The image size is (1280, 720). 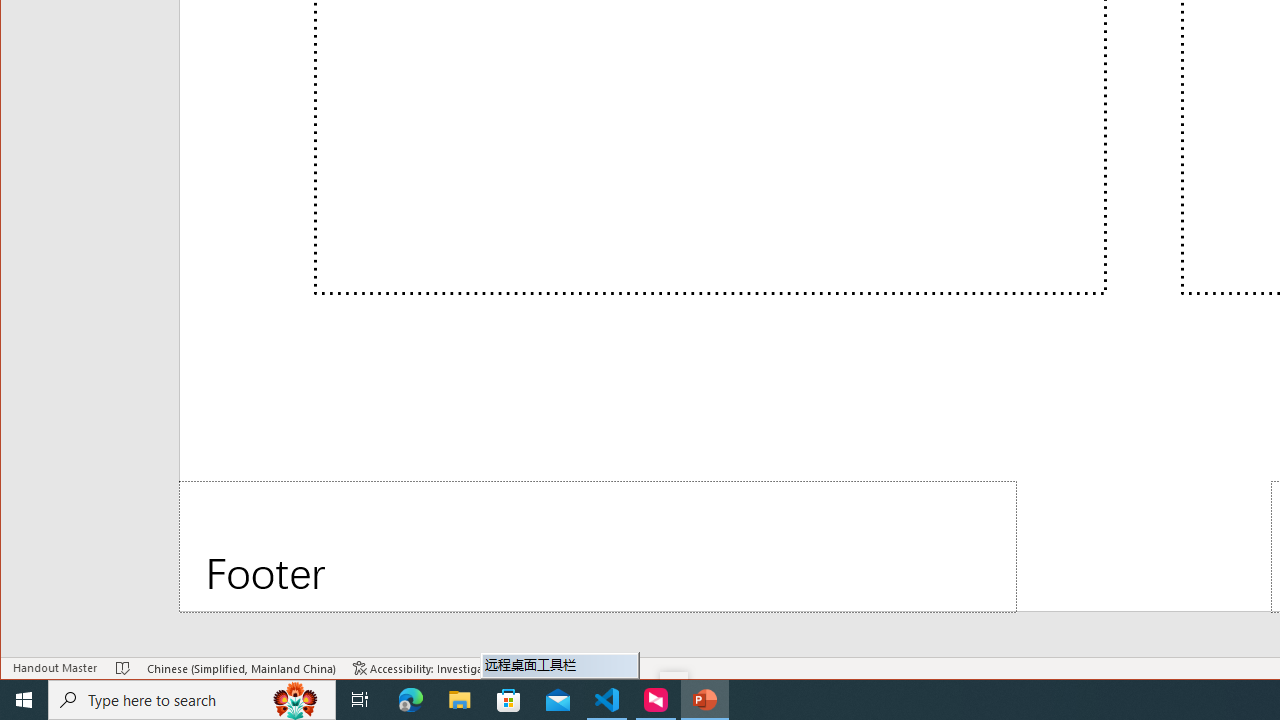 I want to click on 'Spell Check No Errors', so click(x=122, y=668).